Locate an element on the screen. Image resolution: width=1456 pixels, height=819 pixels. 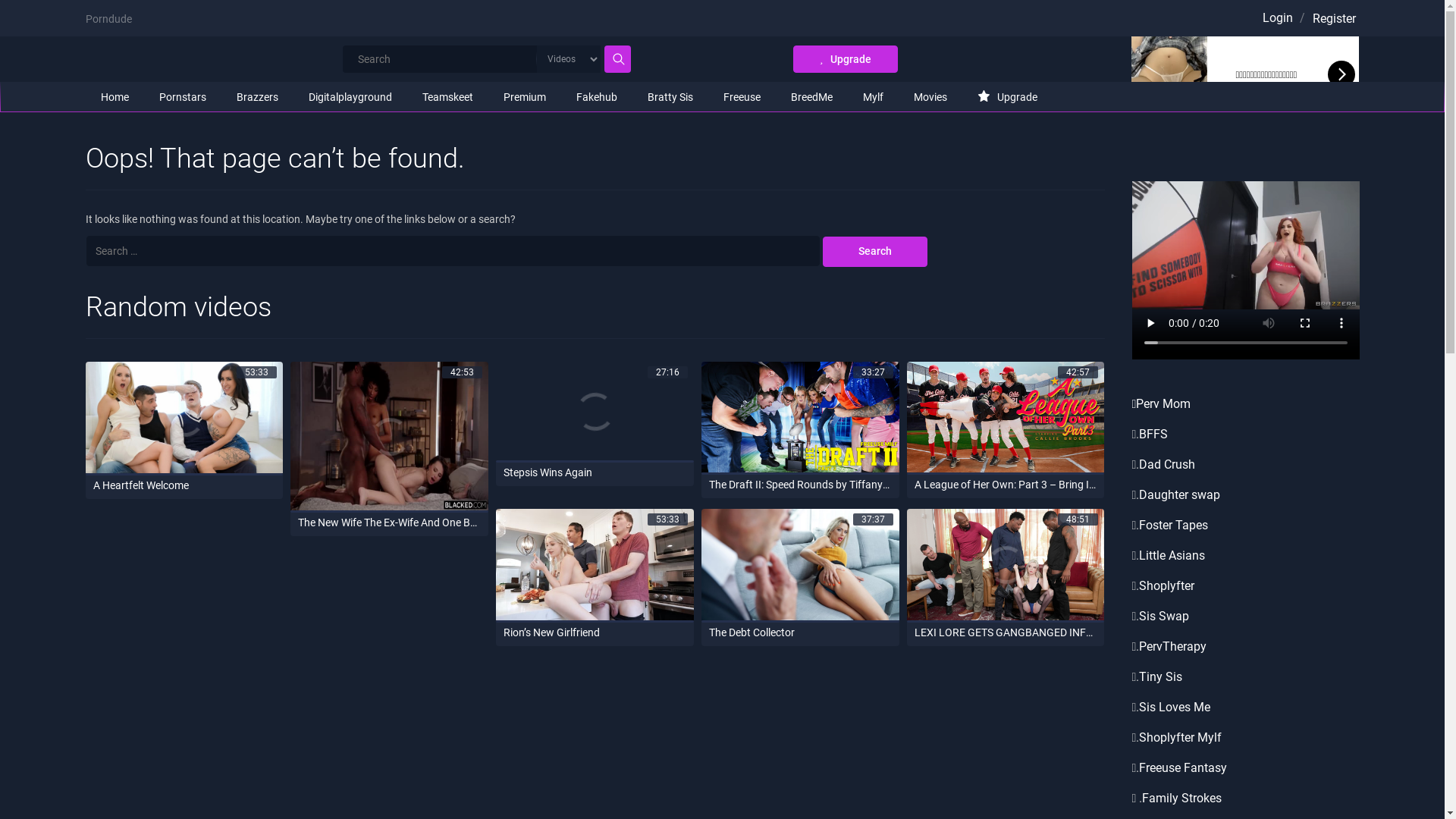
'Brazzers' is located at coordinates (257, 96).